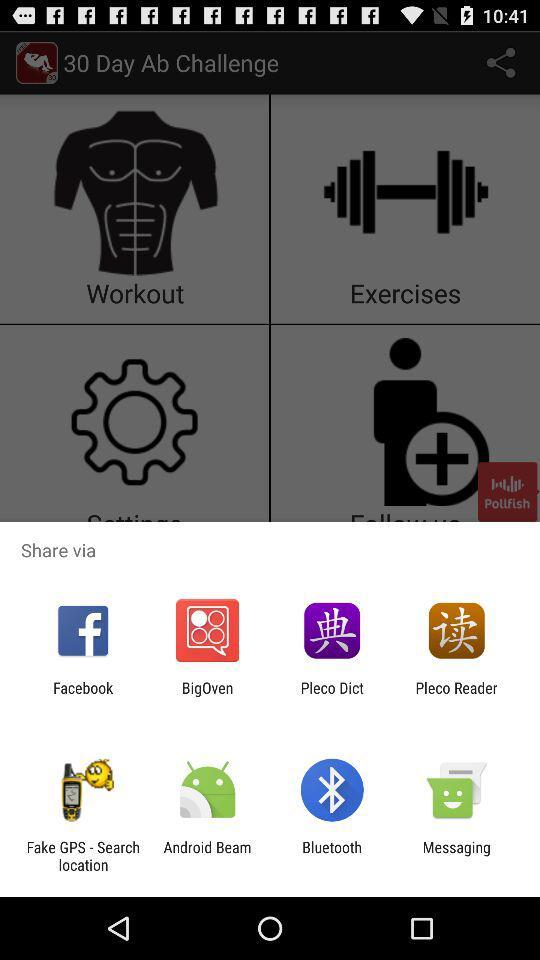 This screenshot has width=540, height=960. I want to click on the item to the left of the messaging icon, so click(332, 855).